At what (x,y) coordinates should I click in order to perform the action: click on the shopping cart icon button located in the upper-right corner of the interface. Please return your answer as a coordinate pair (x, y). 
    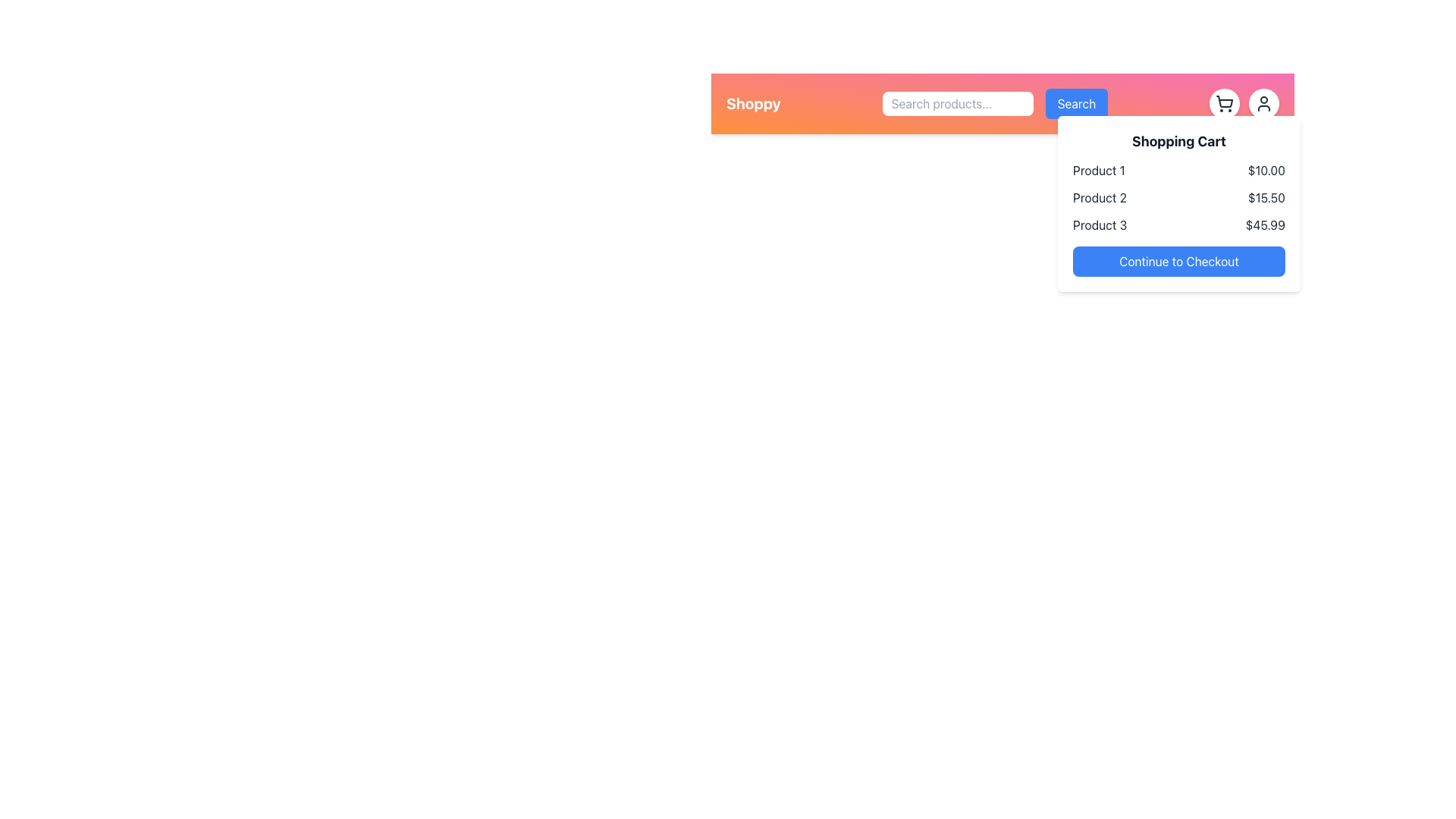
    Looking at the image, I should click on (1224, 103).